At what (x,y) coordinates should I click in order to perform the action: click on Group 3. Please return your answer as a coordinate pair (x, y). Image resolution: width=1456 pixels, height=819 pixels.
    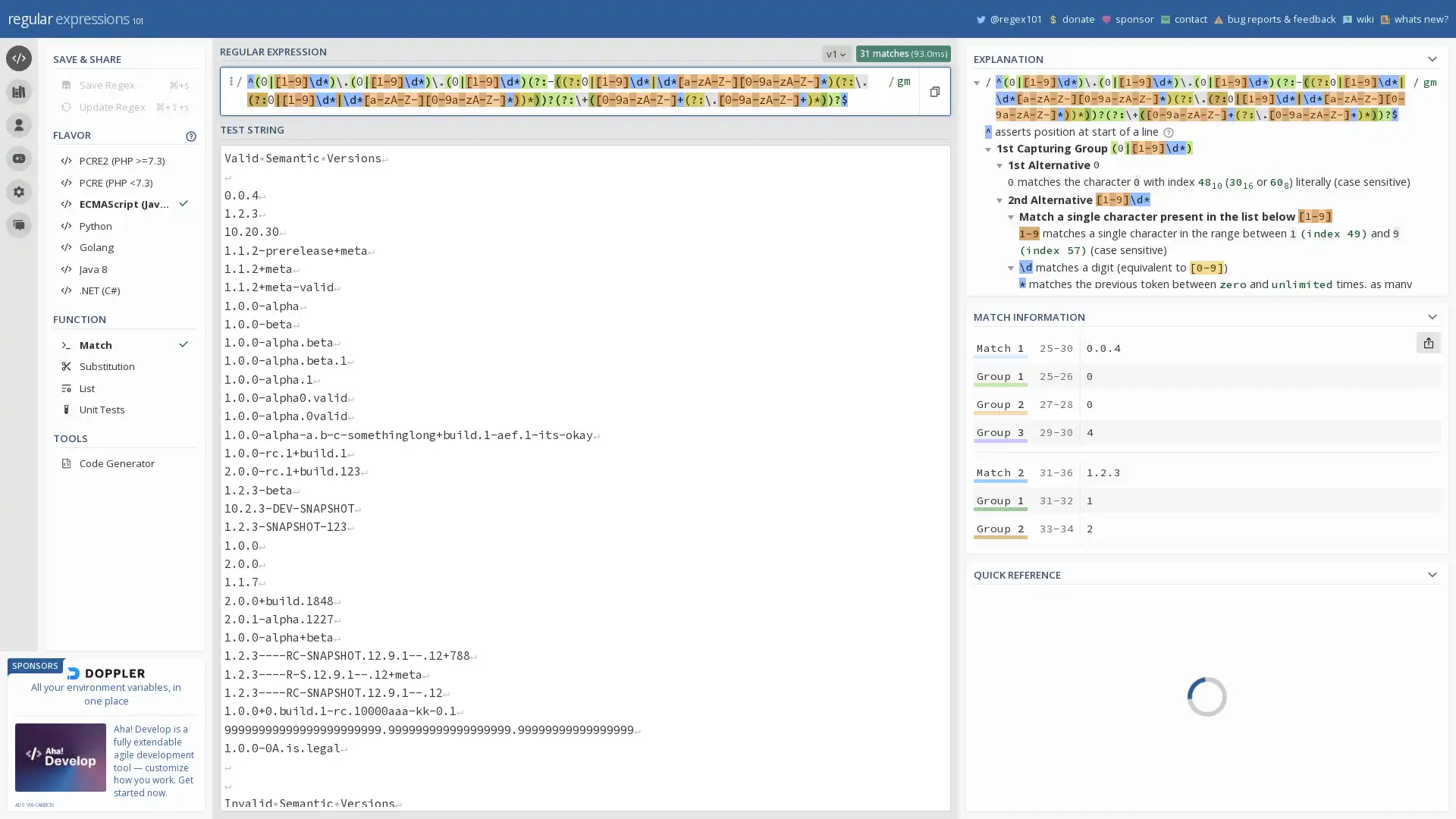
    Looking at the image, I should click on (1000, 680).